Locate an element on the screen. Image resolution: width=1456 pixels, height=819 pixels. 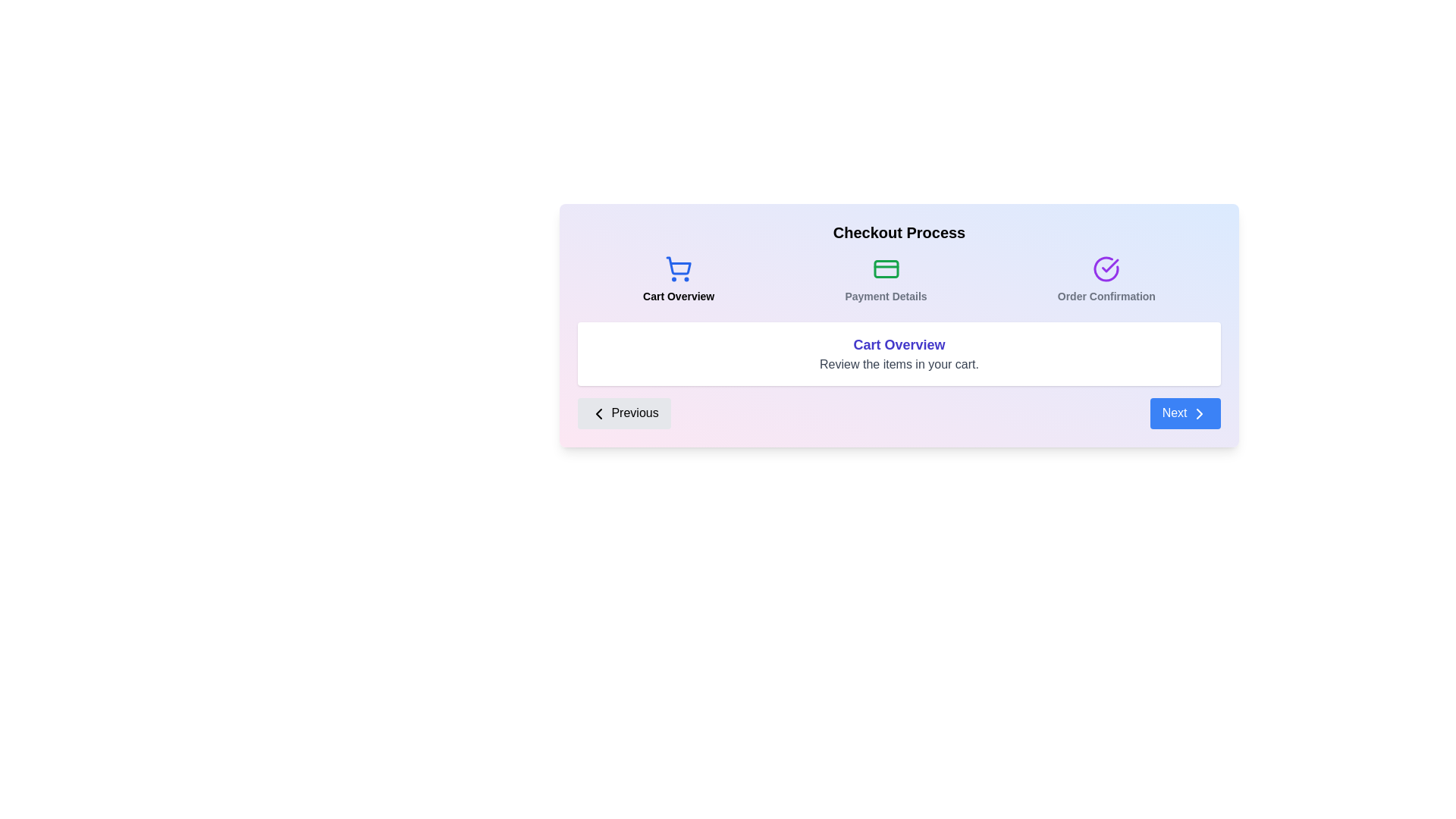
the 'Next' button to navigate to the next step is located at coordinates (1185, 413).